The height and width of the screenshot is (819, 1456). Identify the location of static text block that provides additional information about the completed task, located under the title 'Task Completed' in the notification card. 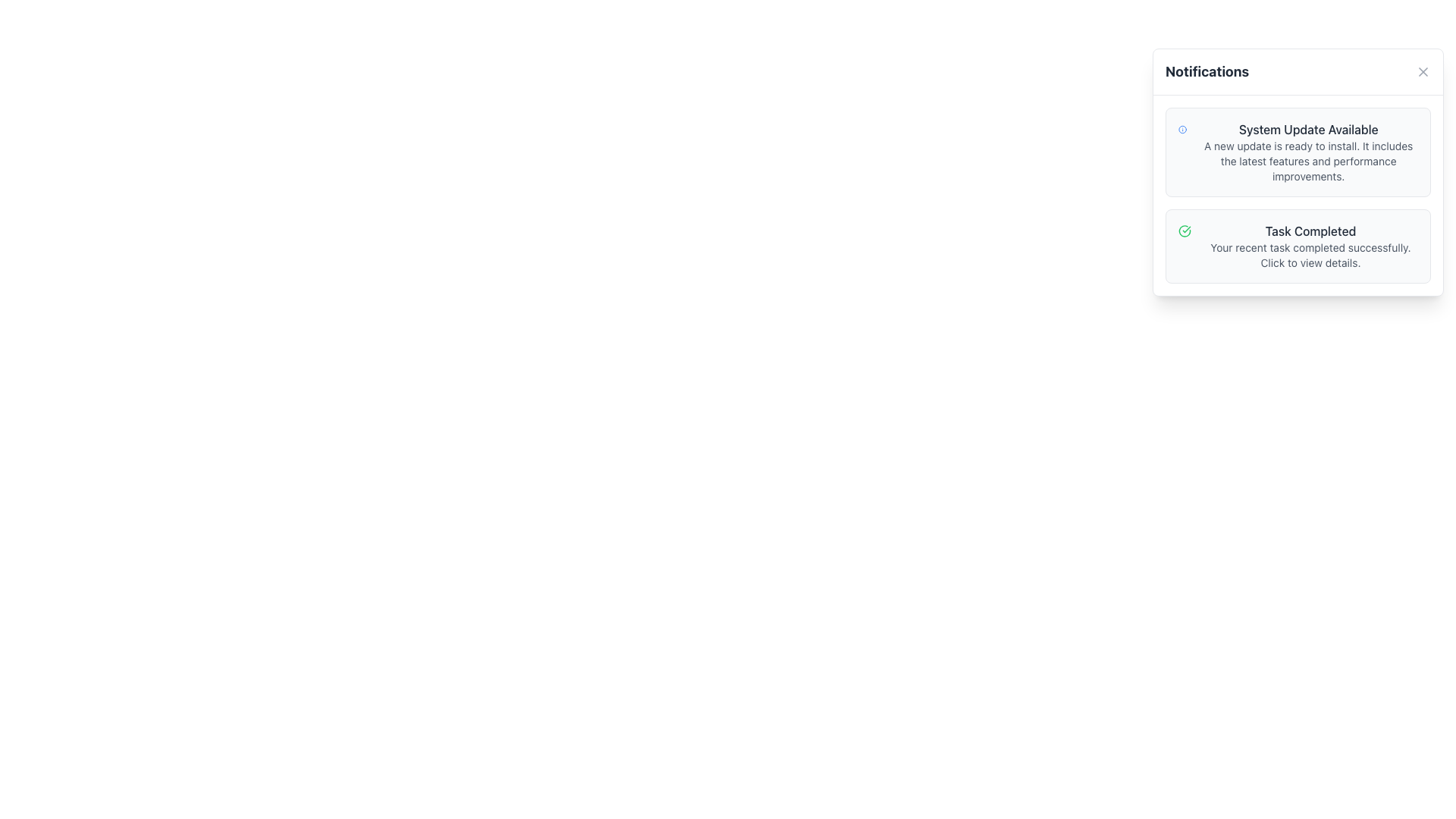
(1310, 254).